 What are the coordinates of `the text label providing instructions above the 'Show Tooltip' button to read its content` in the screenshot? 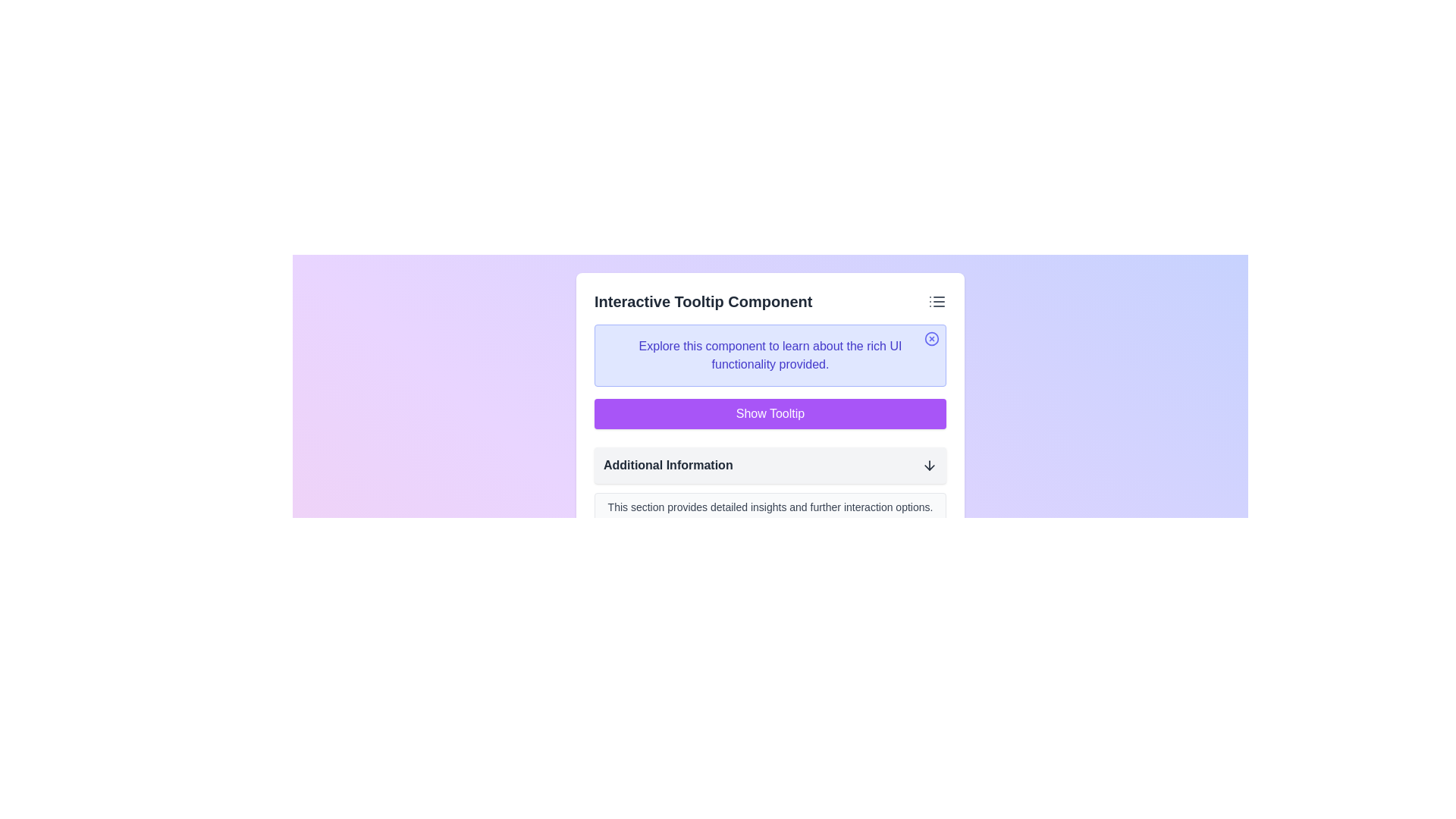 It's located at (770, 356).